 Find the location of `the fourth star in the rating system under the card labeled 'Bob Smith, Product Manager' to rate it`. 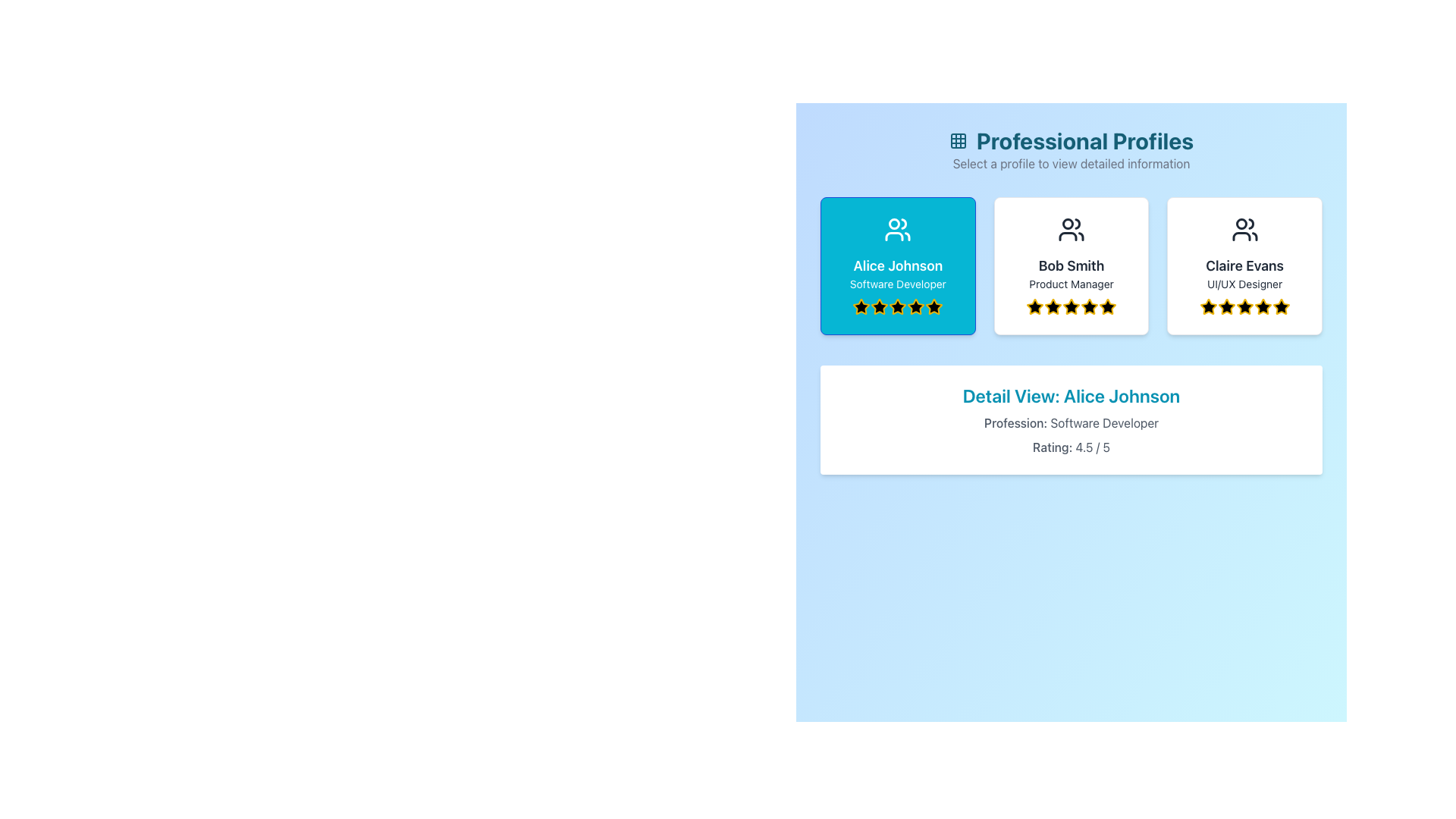

the fourth star in the rating system under the card labeled 'Bob Smith, Product Manager' to rate it is located at coordinates (1087, 306).